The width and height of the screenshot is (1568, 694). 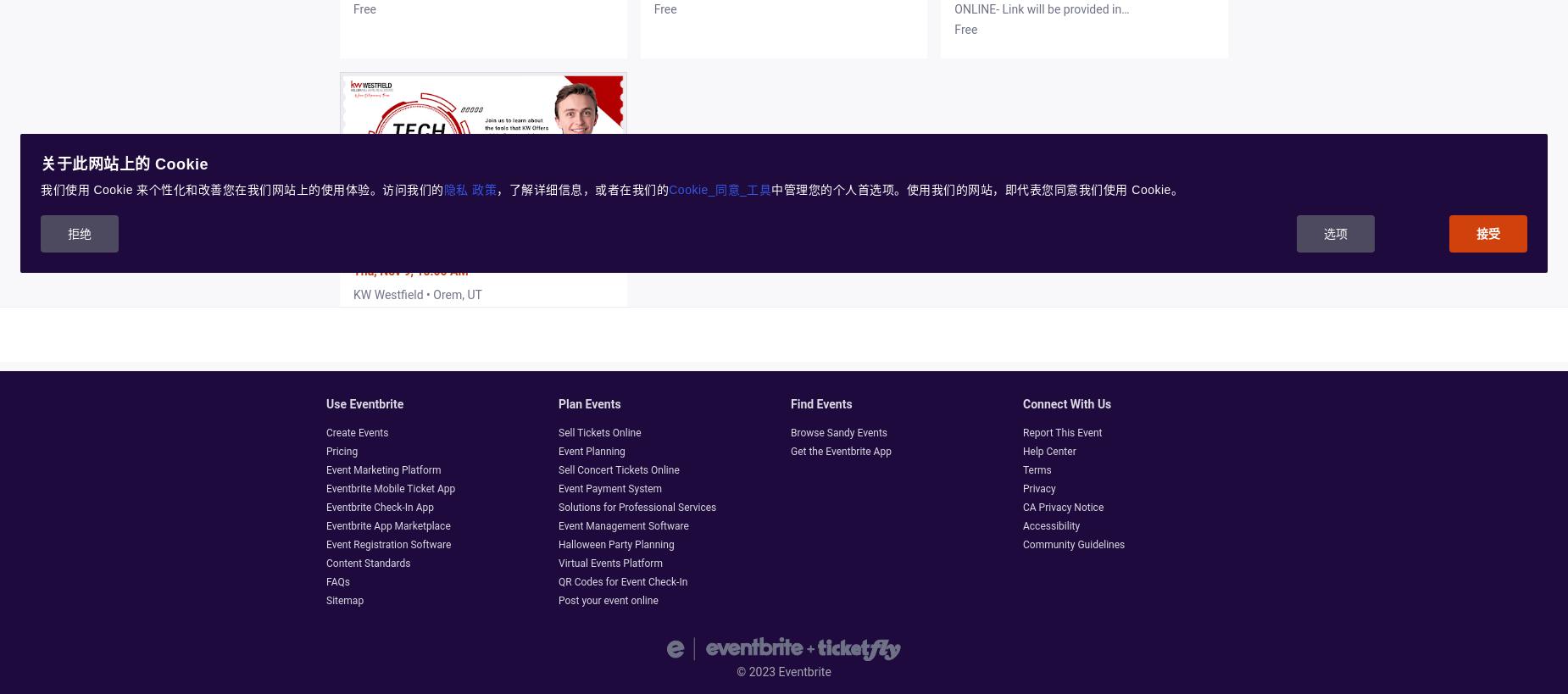 What do you see at coordinates (325, 488) in the screenshot?
I see `'Eventbrite Mobile Ticket App'` at bounding box center [325, 488].